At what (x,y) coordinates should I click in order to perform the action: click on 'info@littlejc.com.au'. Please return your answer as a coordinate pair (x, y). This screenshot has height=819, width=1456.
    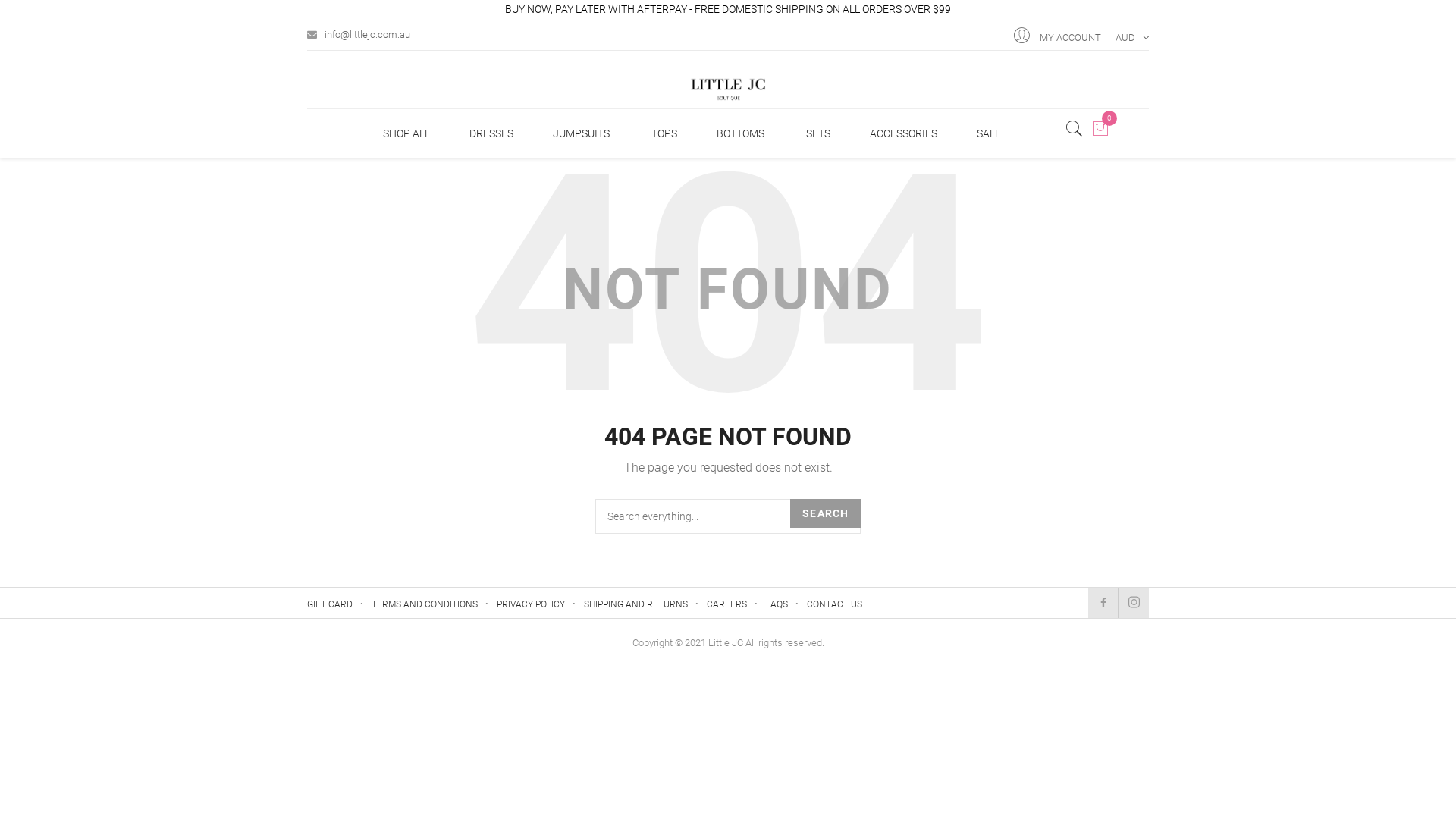
    Looking at the image, I should click on (306, 31).